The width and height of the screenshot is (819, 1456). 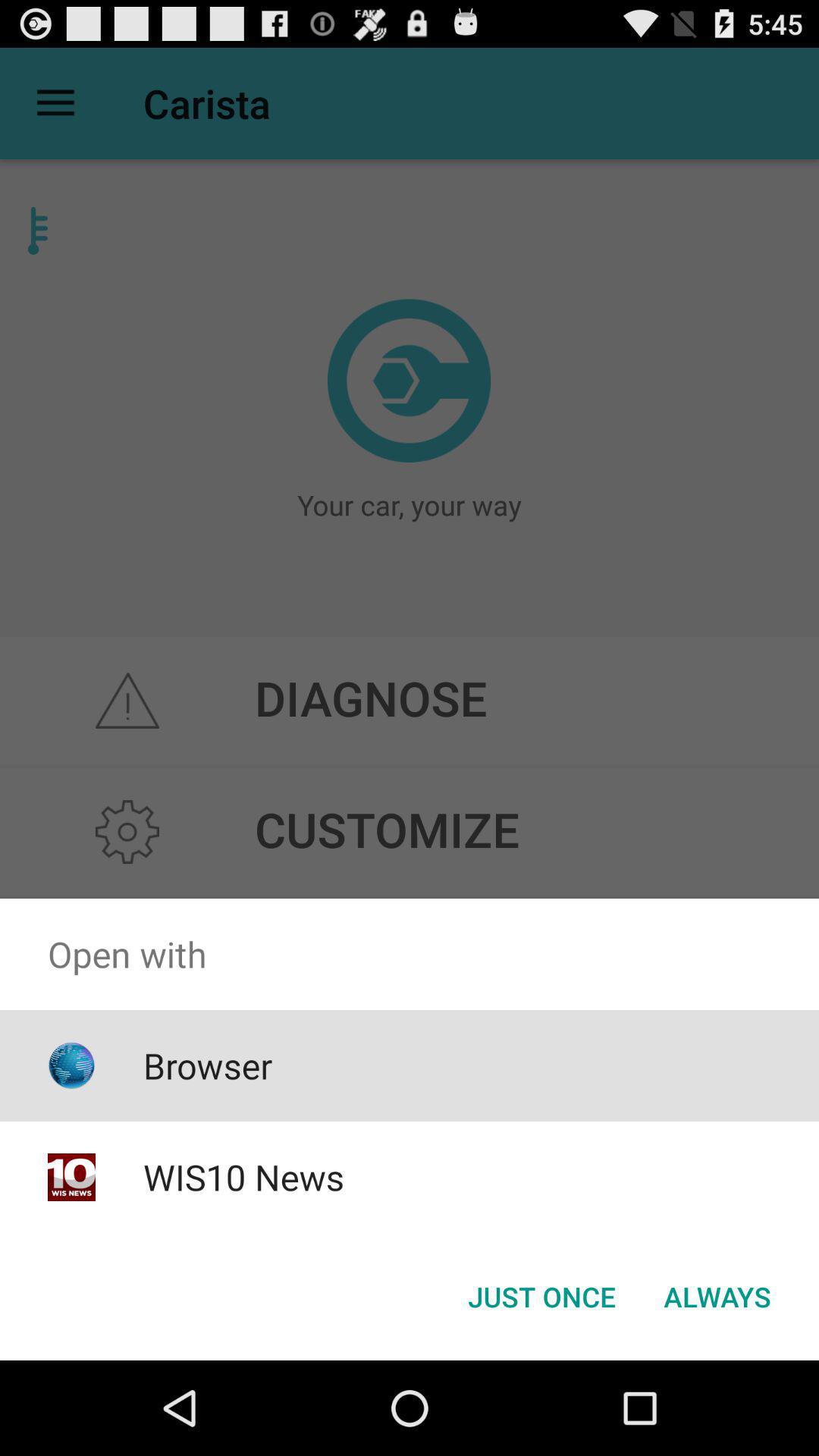 I want to click on the item above wis10 news icon, so click(x=208, y=1065).